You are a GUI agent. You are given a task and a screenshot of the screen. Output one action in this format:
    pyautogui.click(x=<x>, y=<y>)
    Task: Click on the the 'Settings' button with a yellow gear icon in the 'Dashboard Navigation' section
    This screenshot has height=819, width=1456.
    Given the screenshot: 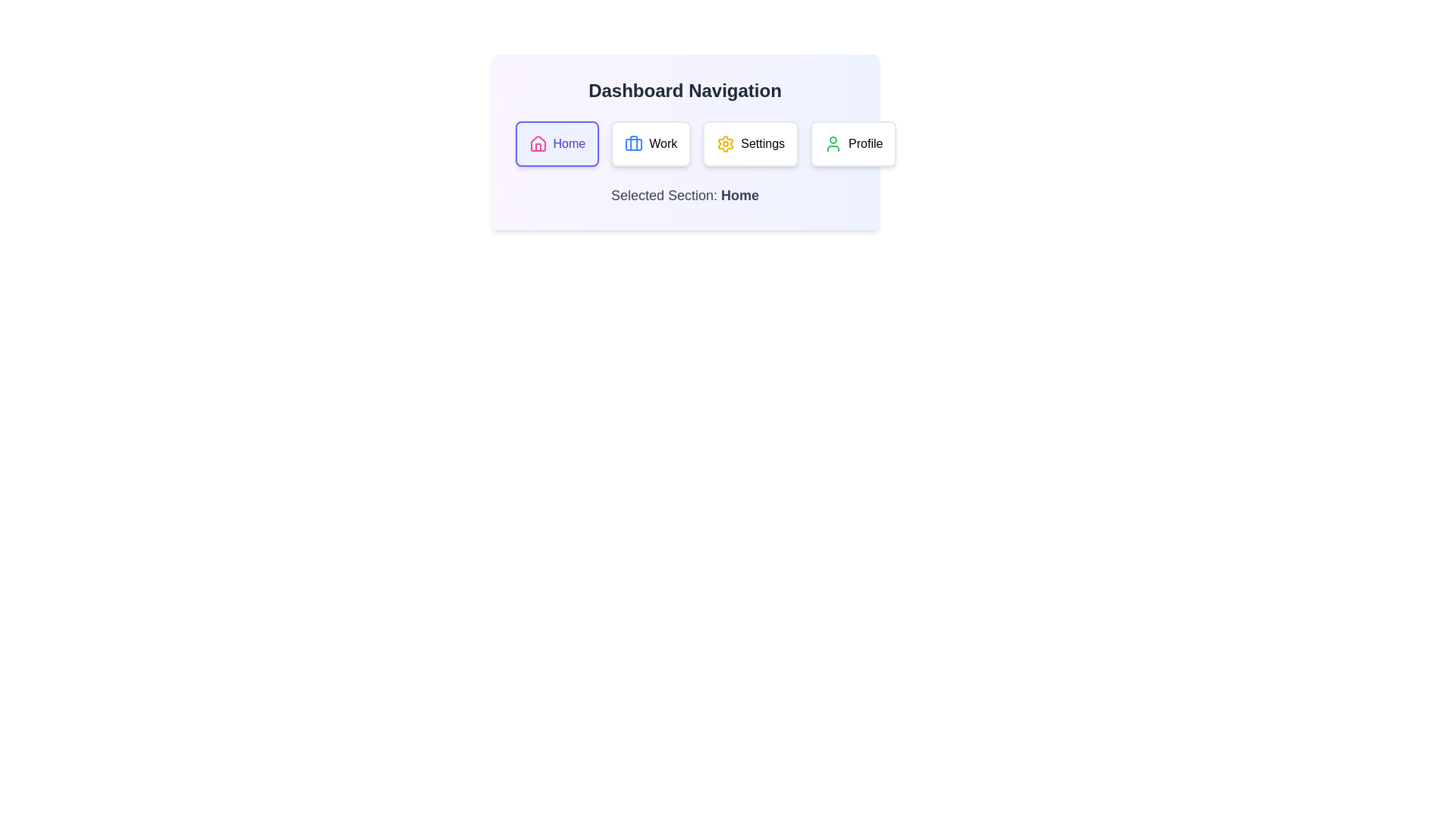 What is the action you would take?
    pyautogui.click(x=751, y=143)
    